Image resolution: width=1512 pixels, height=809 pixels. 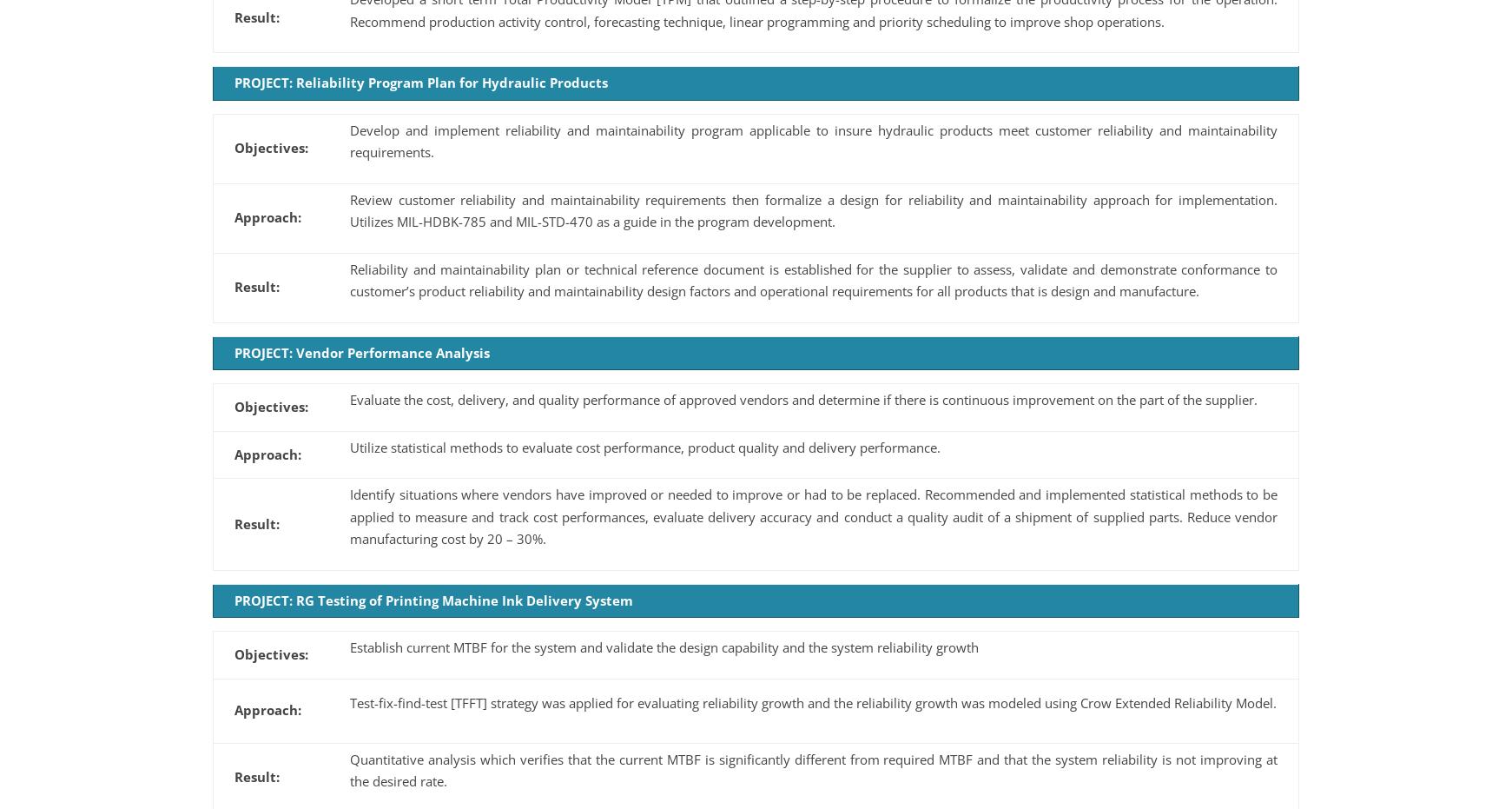 What do you see at coordinates (814, 770) in the screenshot?
I see `'Quantitative analysis which verifies that the current MTBF is significantly different from required MTBF and that the system reliability is not improving at the desired rate.'` at bounding box center [814, 770].